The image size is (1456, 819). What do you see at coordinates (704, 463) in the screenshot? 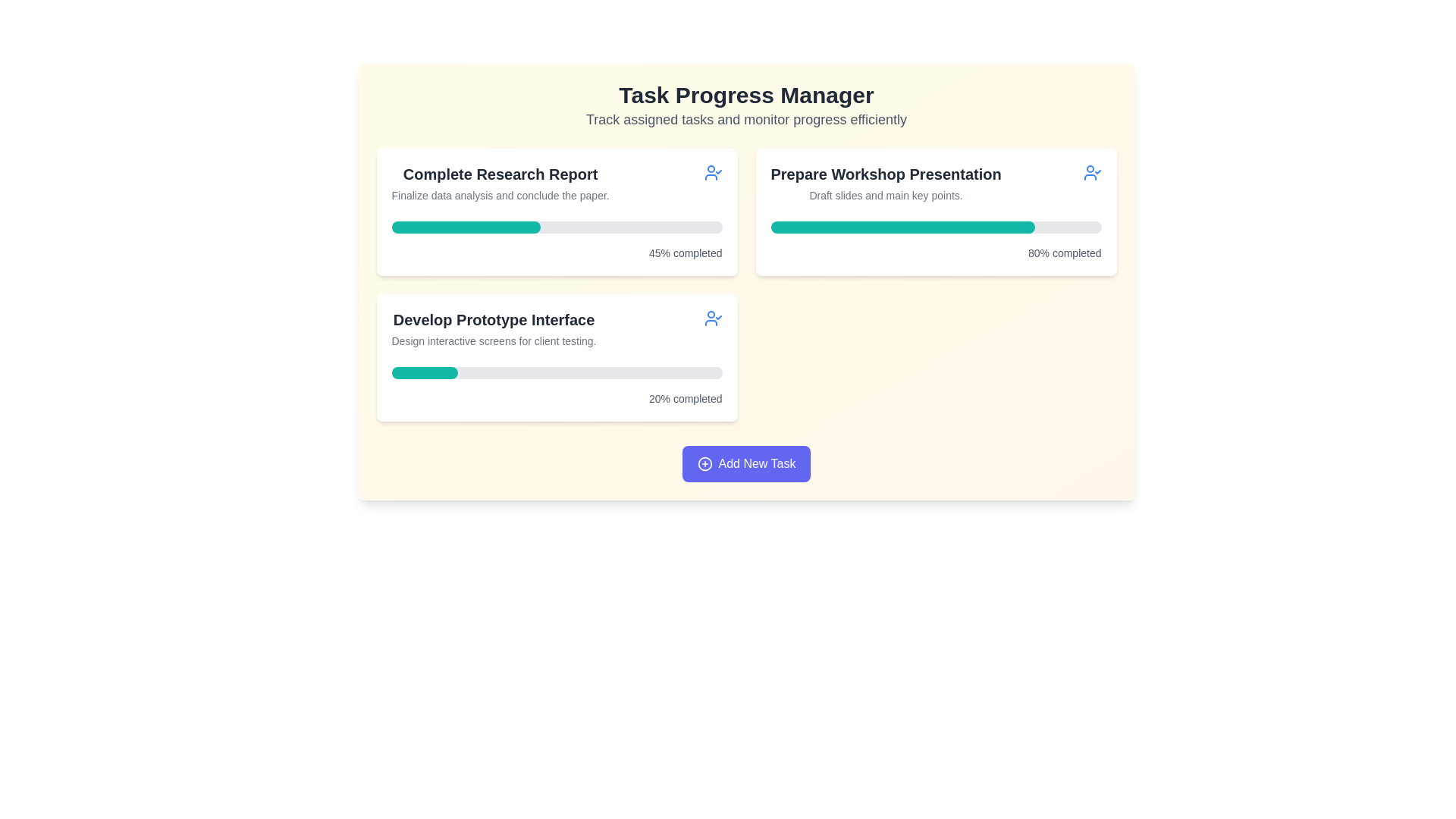
I see `the circular SVG graphical element within the 'Add New Task' button located at the bottom-center of the interface` at bounding box center [704, 463].